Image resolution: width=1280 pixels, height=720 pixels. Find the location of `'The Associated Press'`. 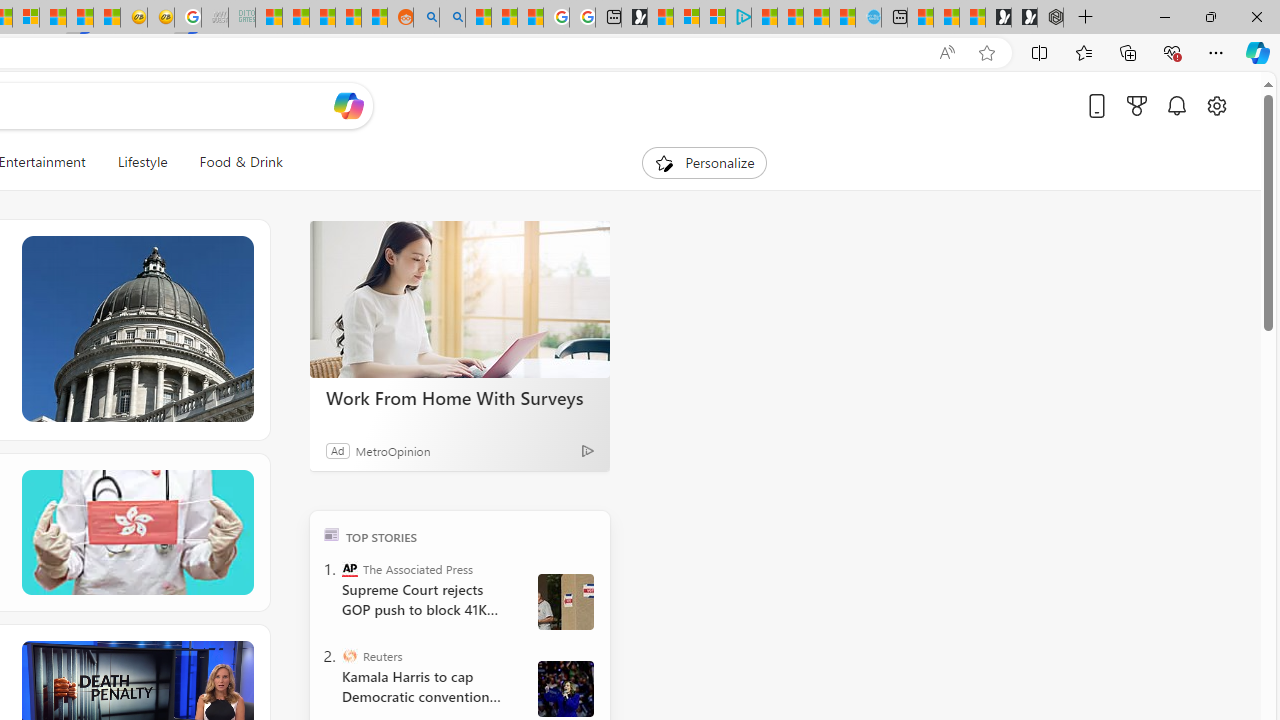

'The Associated Press' is located at coordinates (350, 568).